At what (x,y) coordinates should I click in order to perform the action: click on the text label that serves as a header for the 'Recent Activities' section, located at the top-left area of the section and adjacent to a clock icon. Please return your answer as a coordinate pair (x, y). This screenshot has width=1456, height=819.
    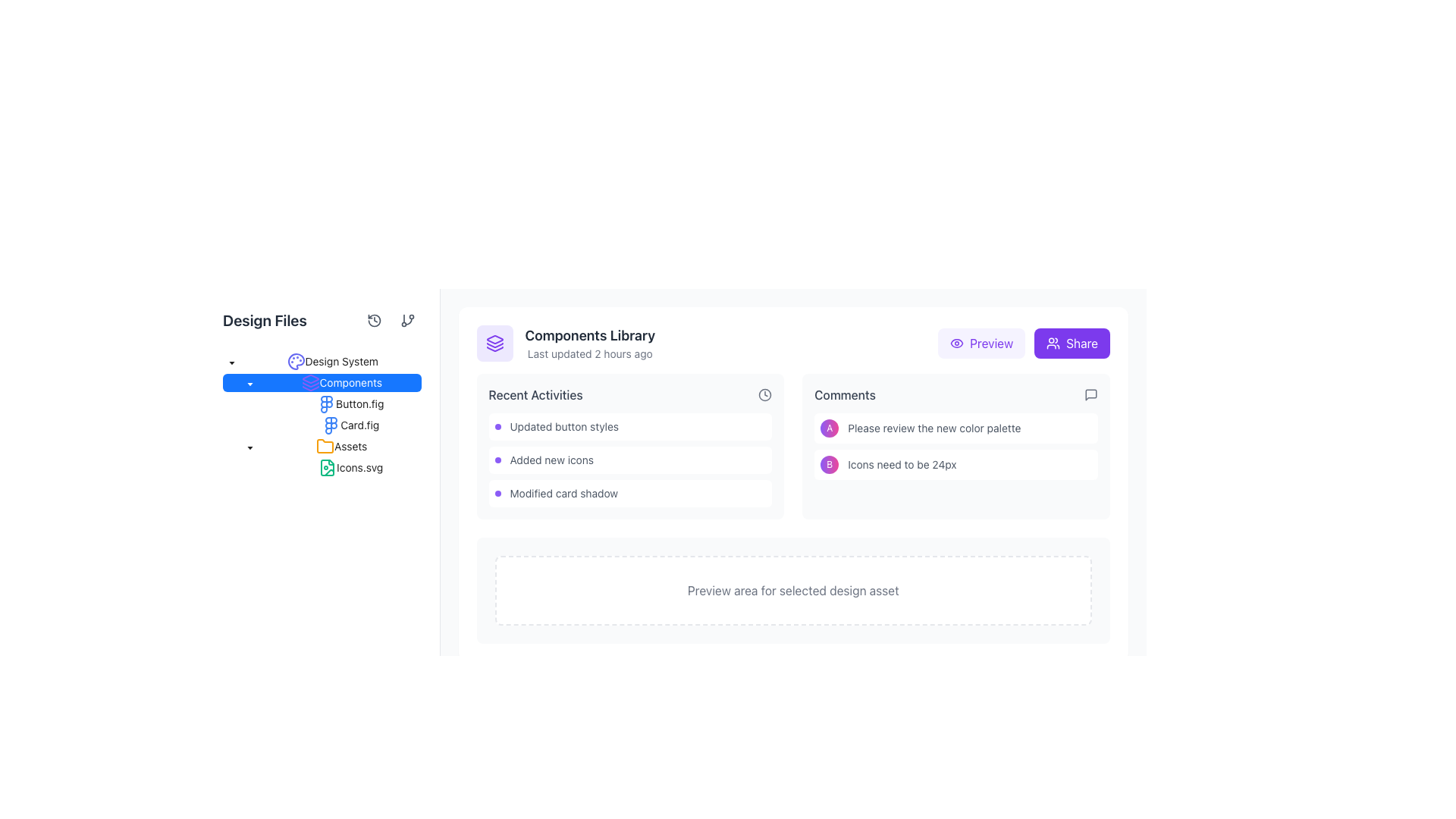
    Looking at the image, I should click on (535, 394).